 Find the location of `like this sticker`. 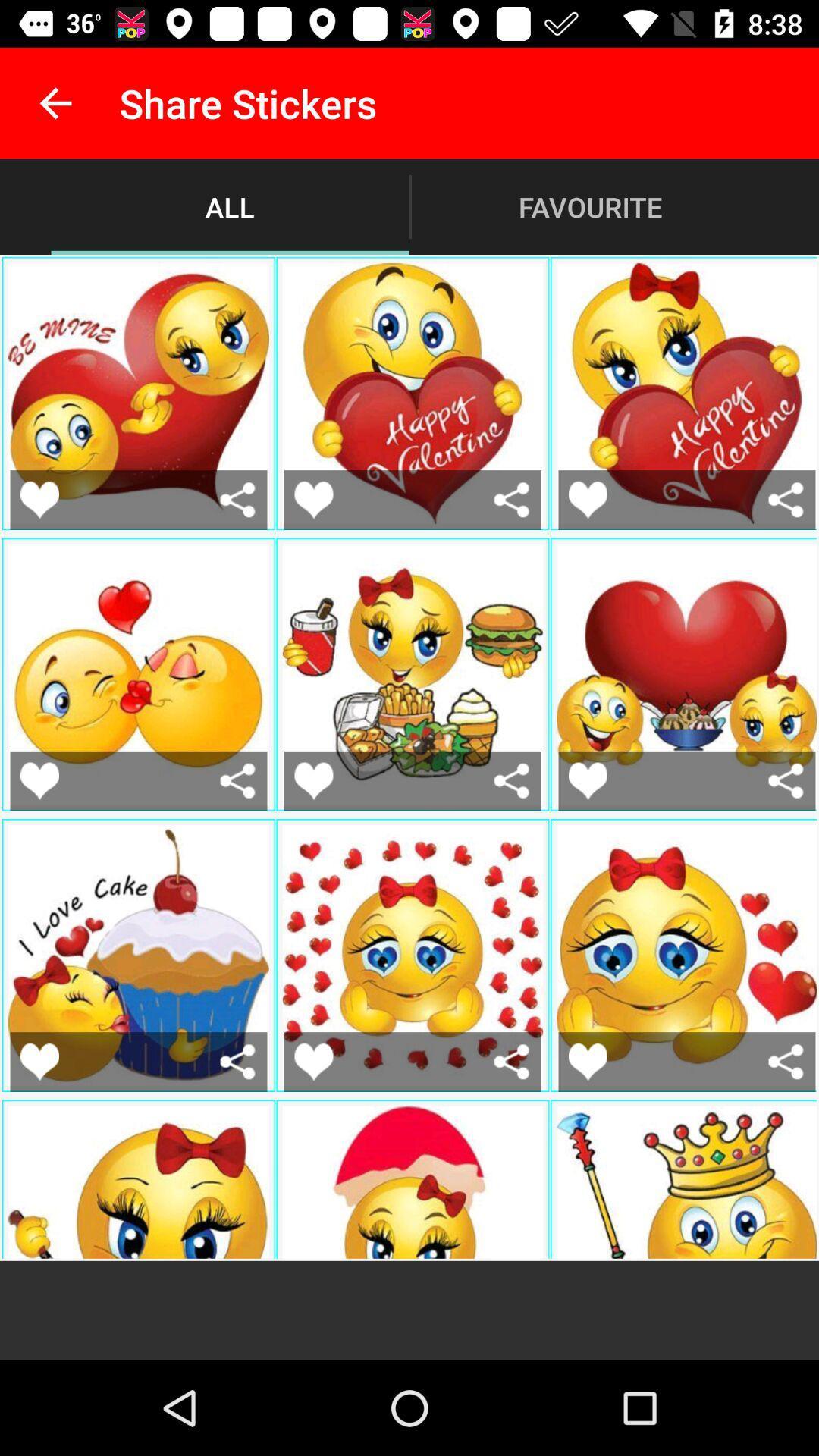

like this sticker is located at coordinates (312, 500).